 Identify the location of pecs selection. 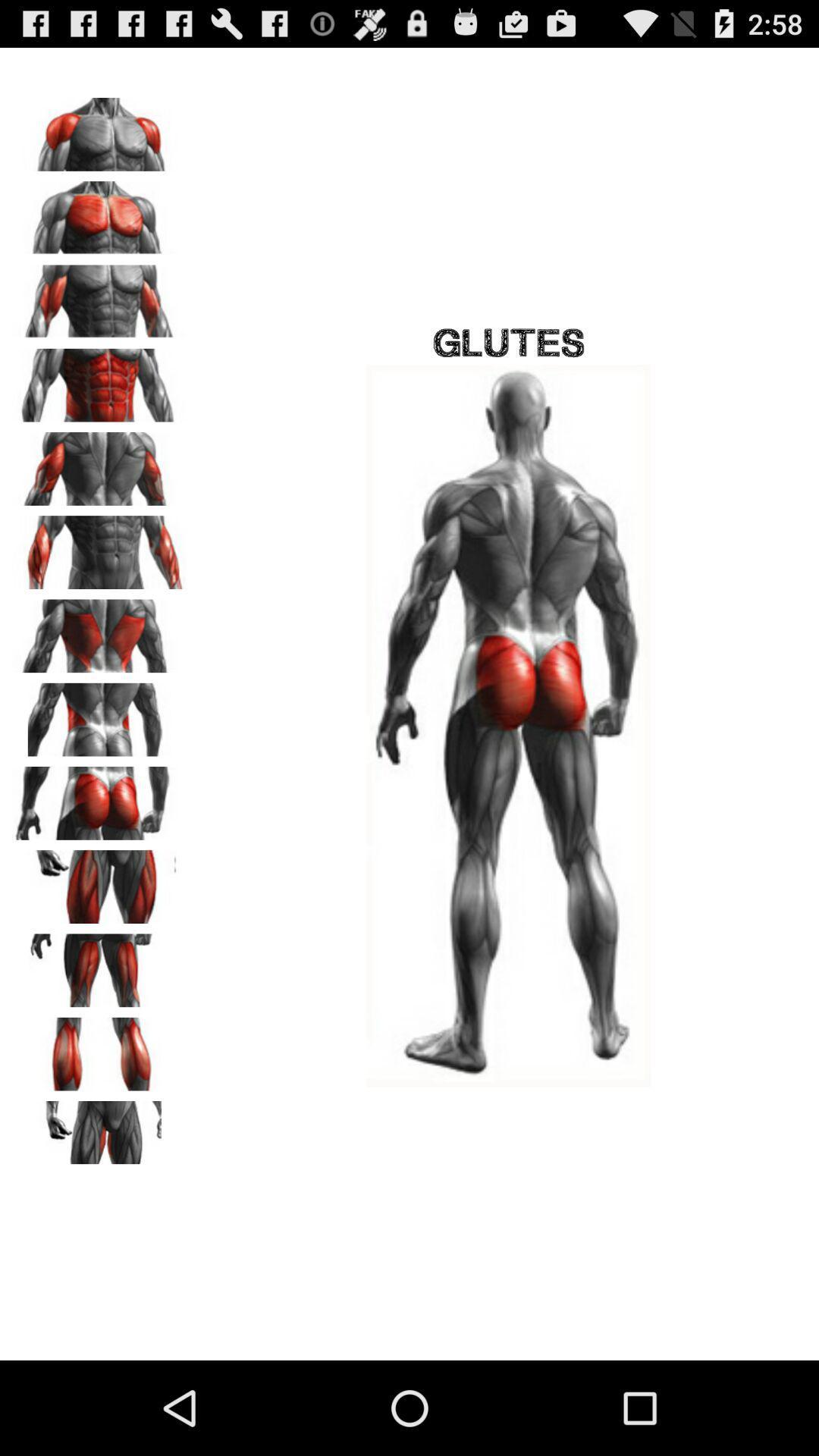
(99, 212).